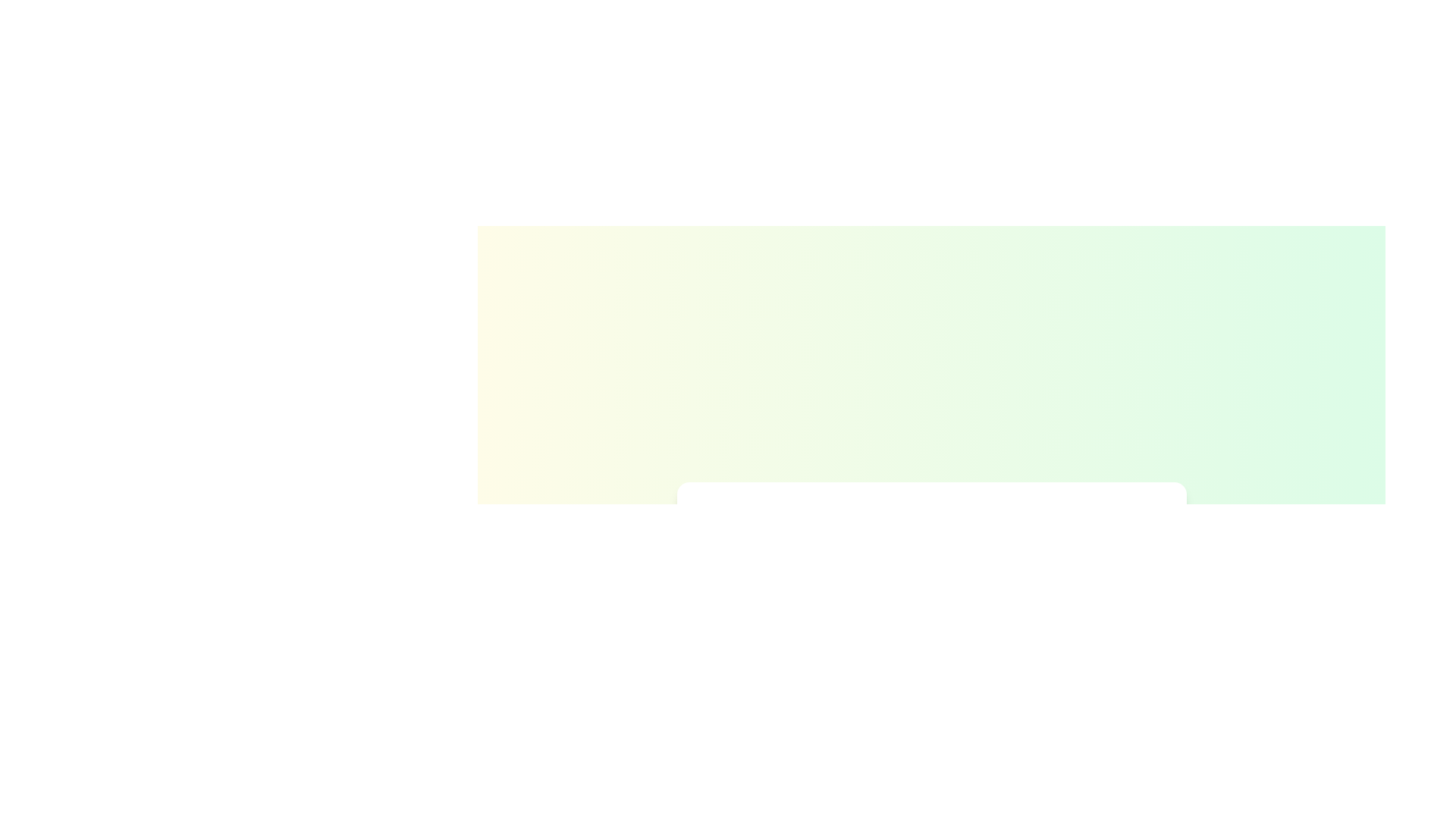 This screenshot has width=1456, height=819. I want to click on the circular slider thumb labeled with the value '4', positioned at 75% of the slider's width, so click(1049, 579).